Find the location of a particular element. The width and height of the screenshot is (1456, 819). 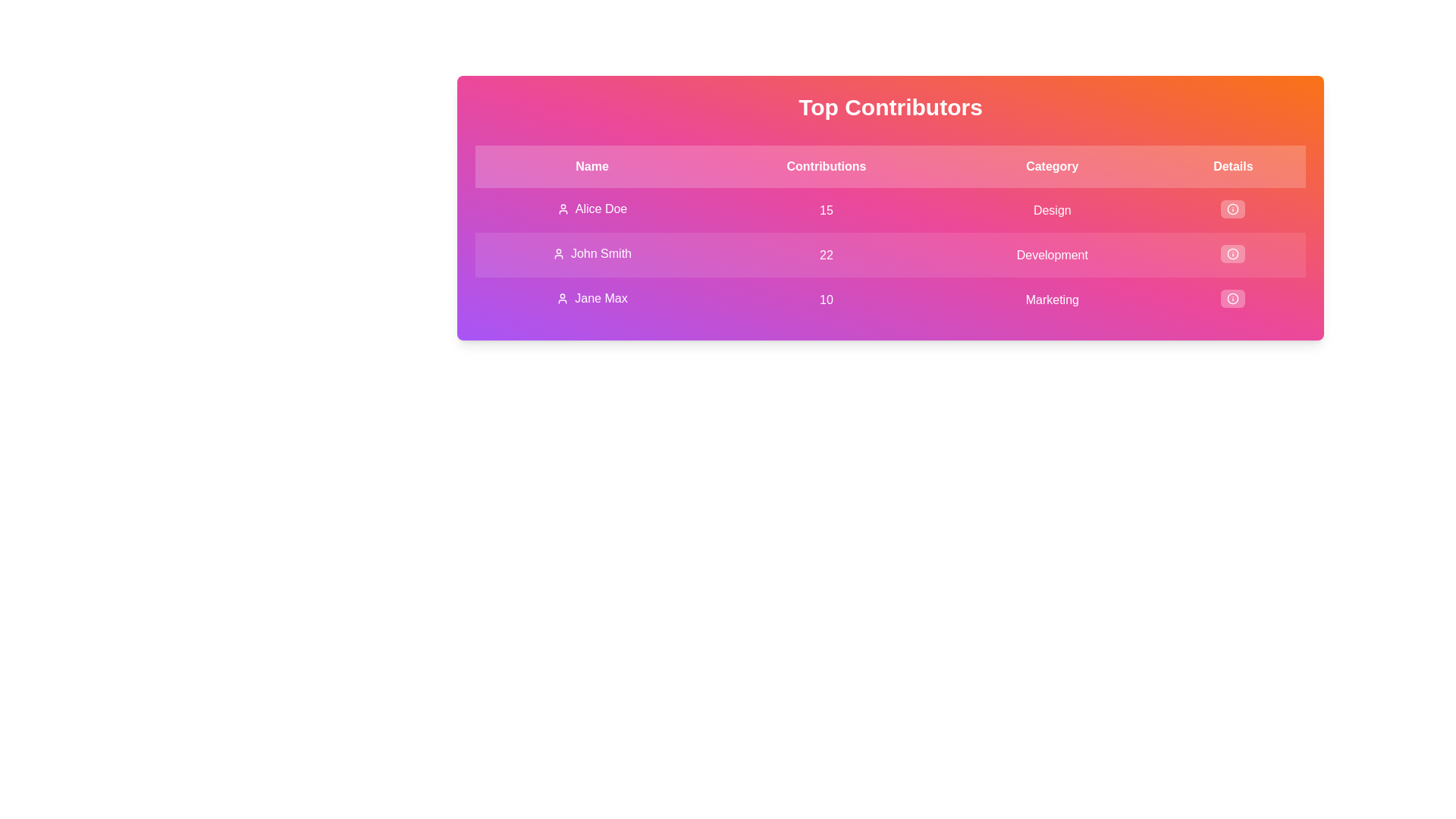

the contribution count display for 'Jane Max' in the 'Top Contributors' list, which is the second item in the third row under the 'Contributions' column is located at coordinates (825, 300).